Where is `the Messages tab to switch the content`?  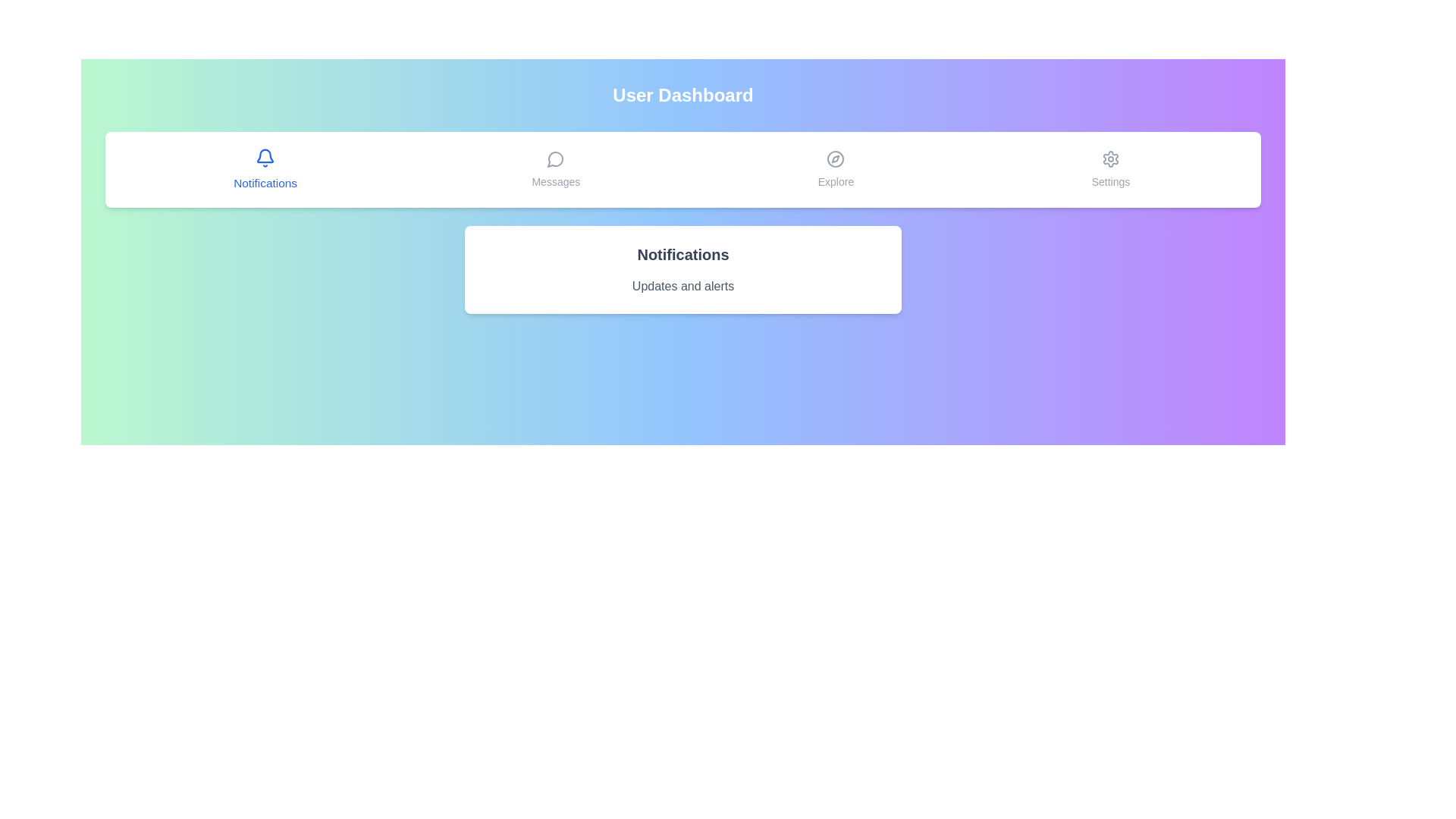
the Messages tab to switch the content is located at coordinates (555, 169).